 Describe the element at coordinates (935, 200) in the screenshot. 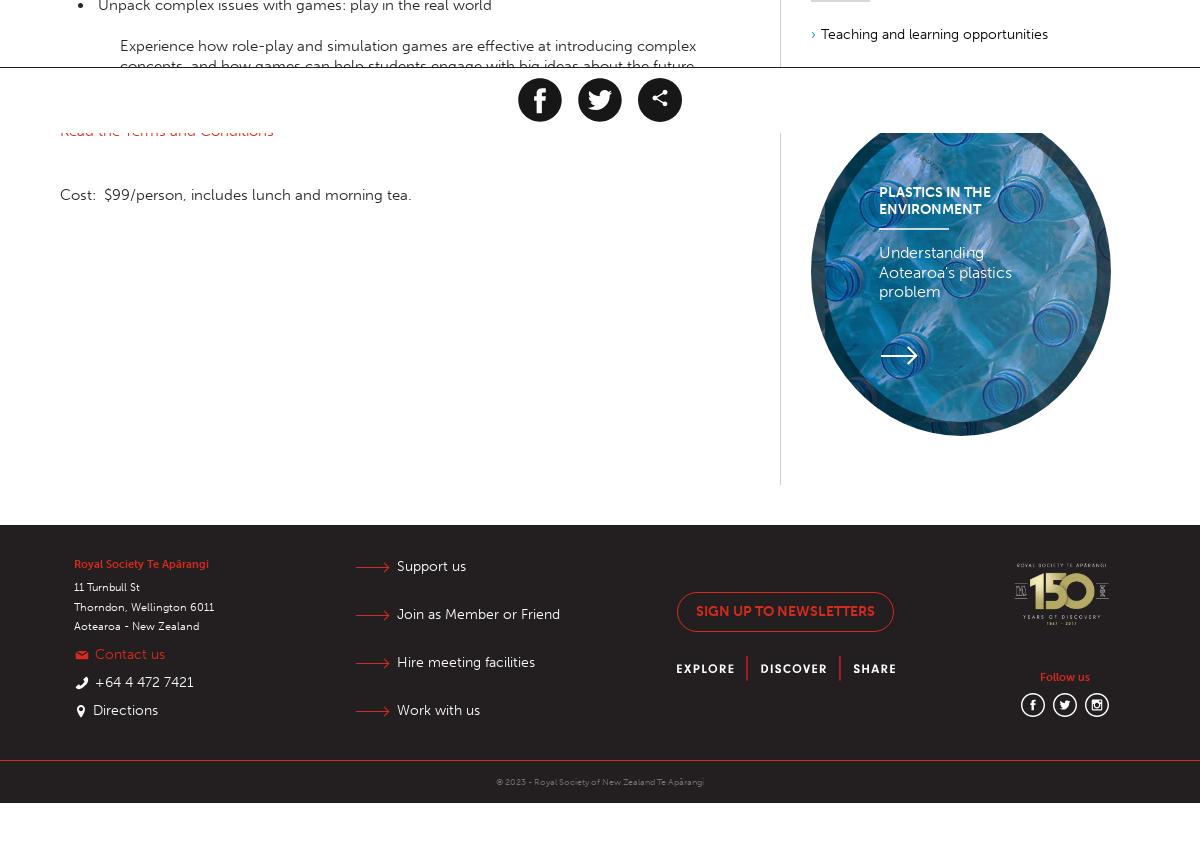

I see `'Plastics in the Environment'` at that location.